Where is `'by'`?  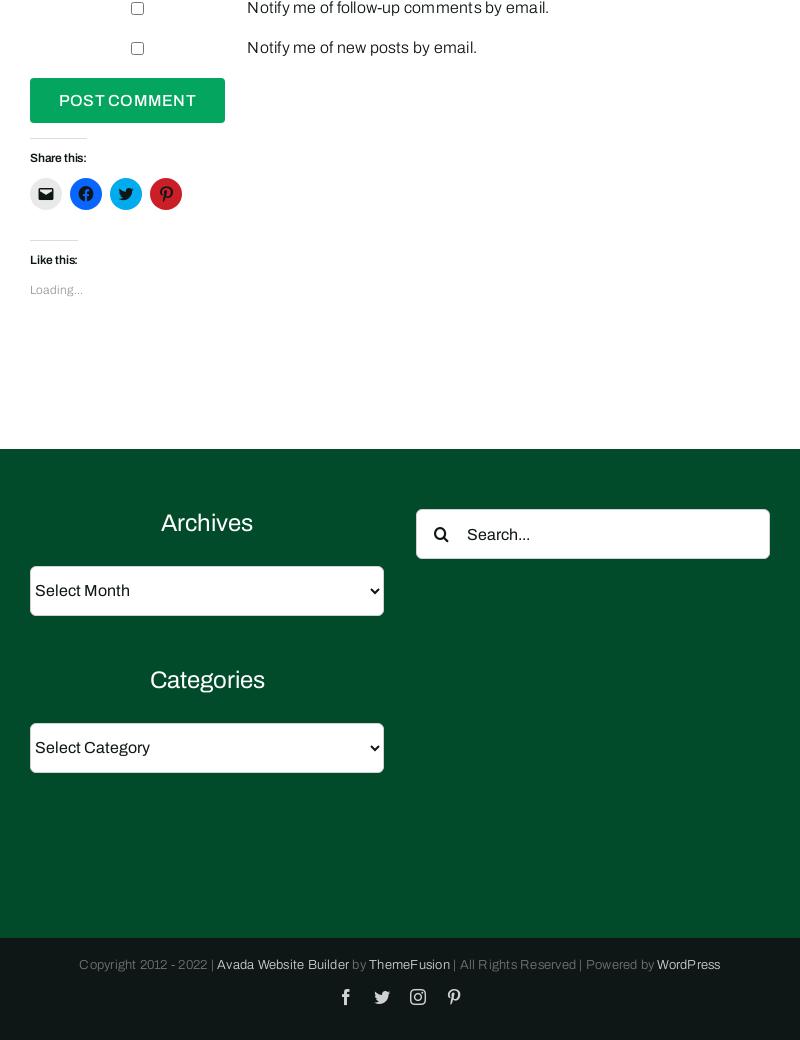 'by' is located at coordinates (358, 963).